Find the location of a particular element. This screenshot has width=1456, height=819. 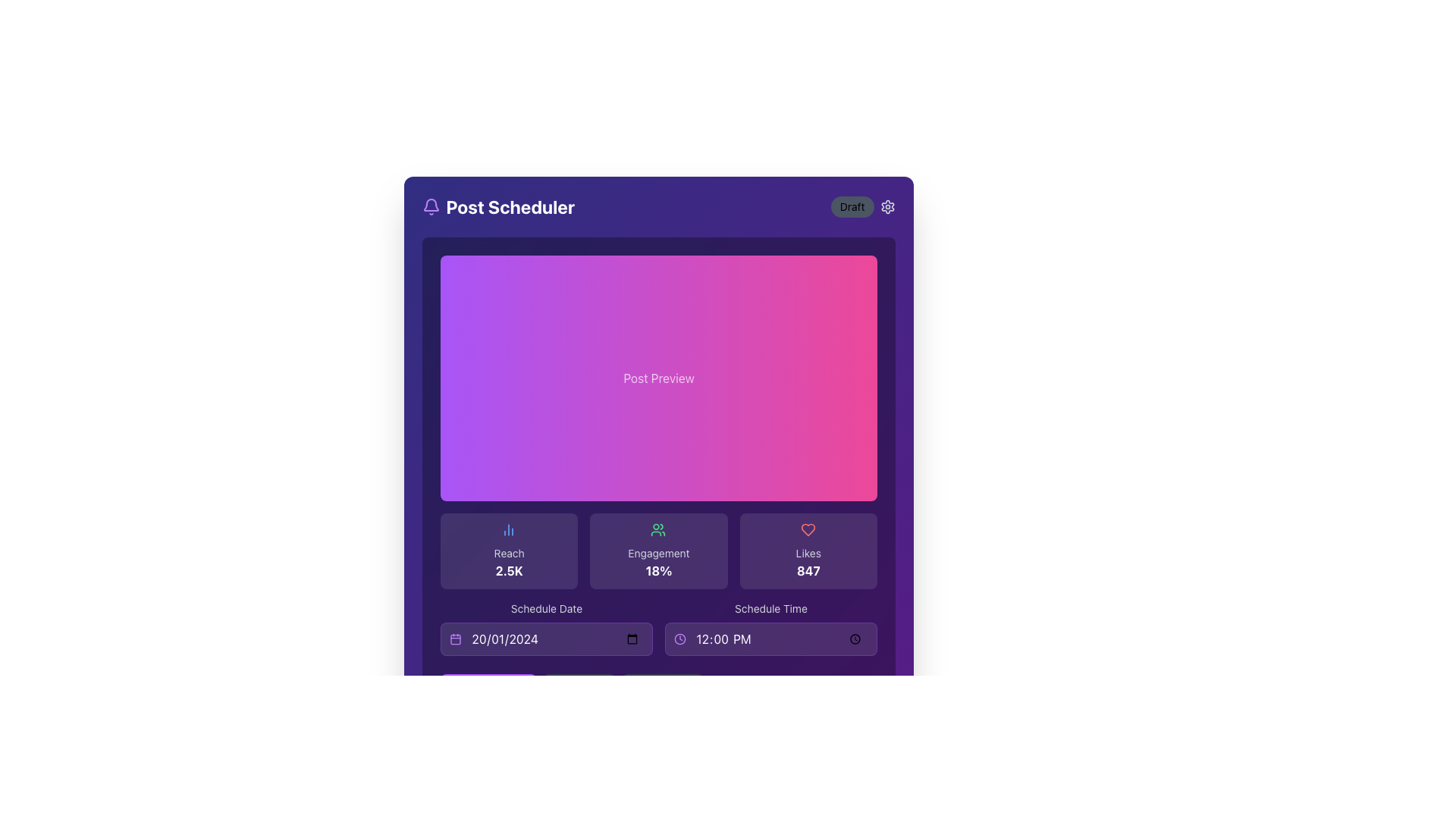

the displayed percentage in the text element that represents a statistic related to 'Engagement', located below the green icon and label text is located at coordinates (658, 570).